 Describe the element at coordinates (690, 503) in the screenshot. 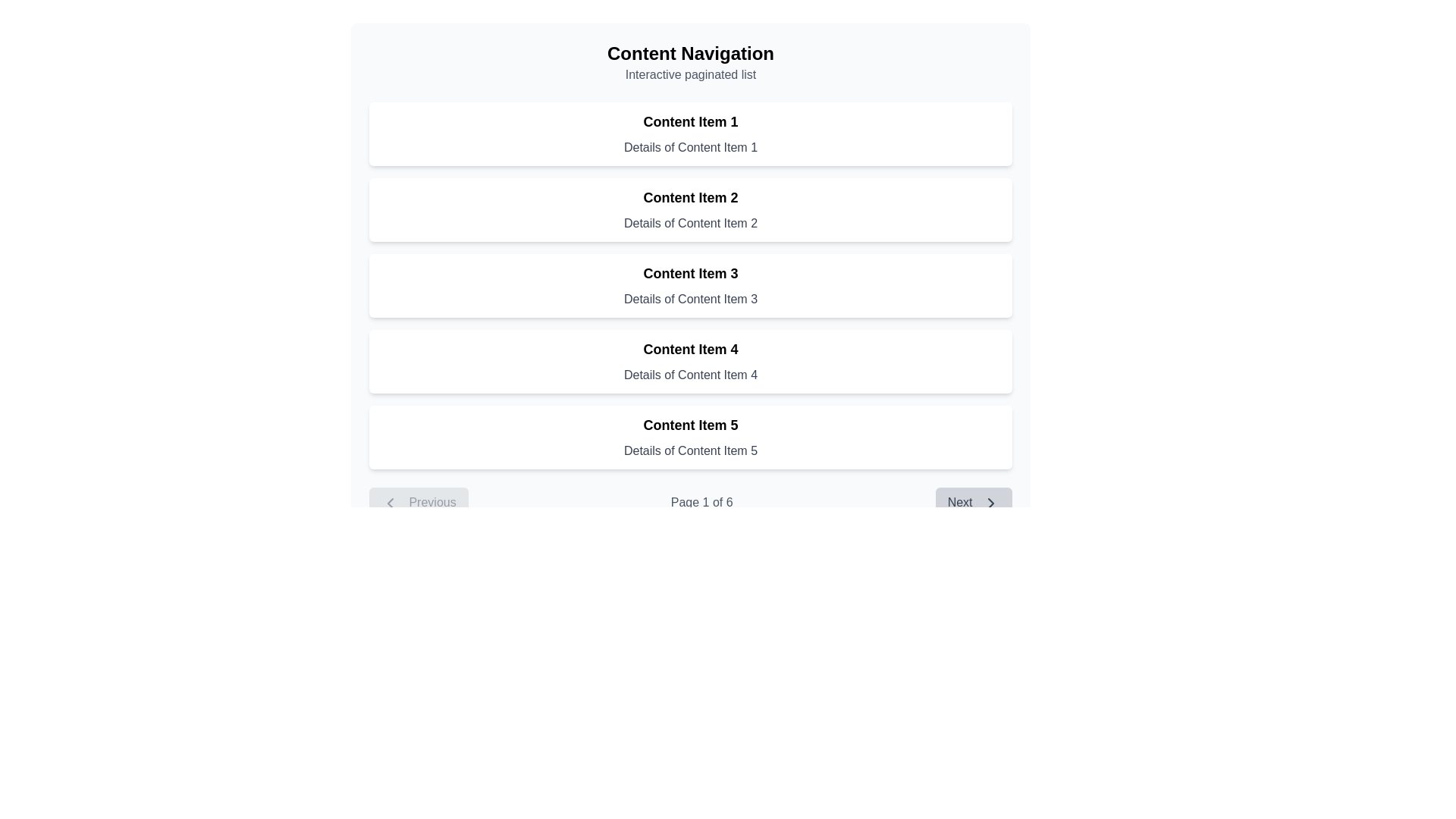

I see `the static text label that states 'Page 1 of 6', which is centrally located in the pagination bar at the bottom of the interface` at that location.